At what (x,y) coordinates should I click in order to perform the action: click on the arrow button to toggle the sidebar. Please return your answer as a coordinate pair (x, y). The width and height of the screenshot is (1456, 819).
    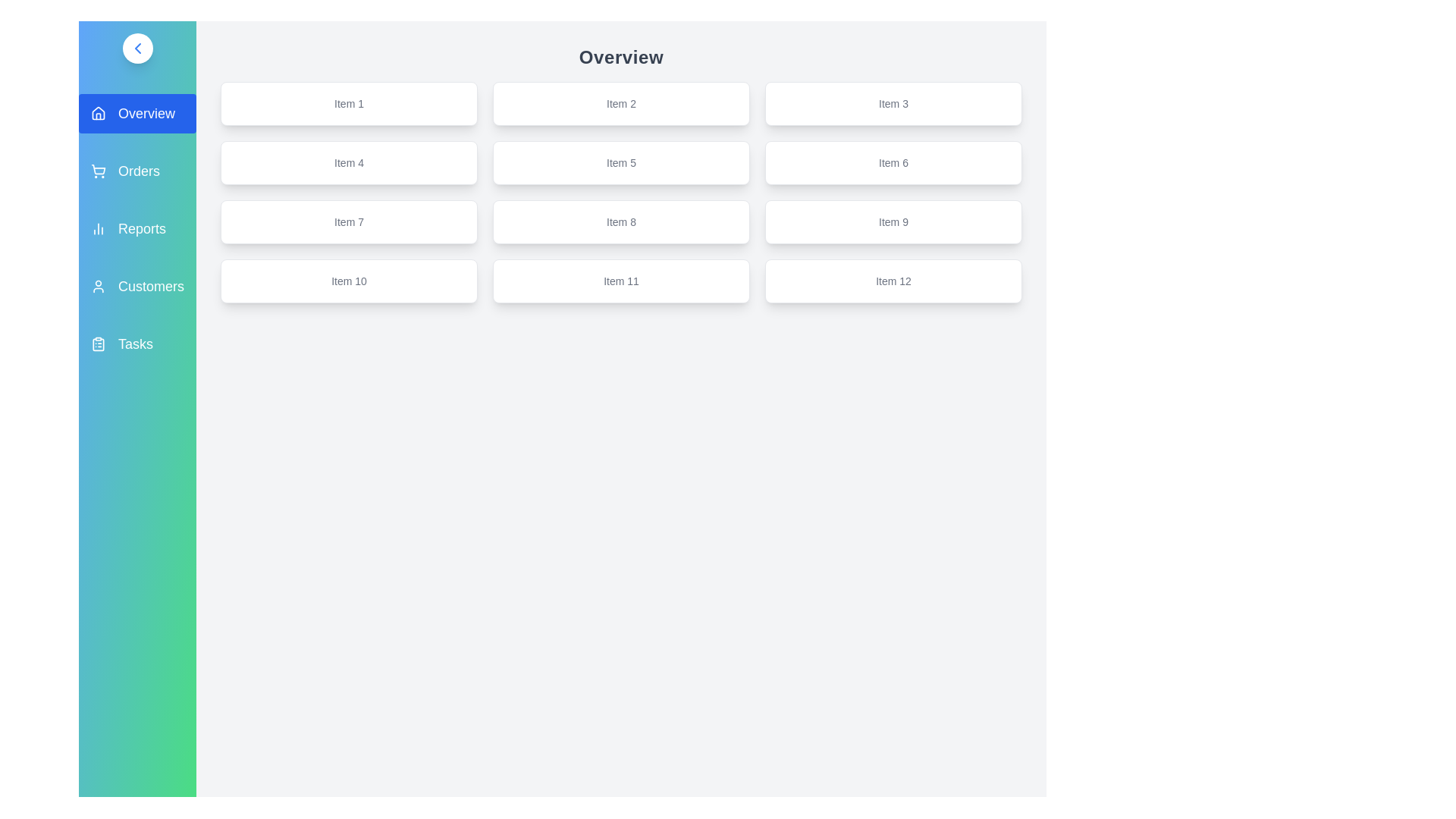
    Looking at the image, I should click on (137, 48).